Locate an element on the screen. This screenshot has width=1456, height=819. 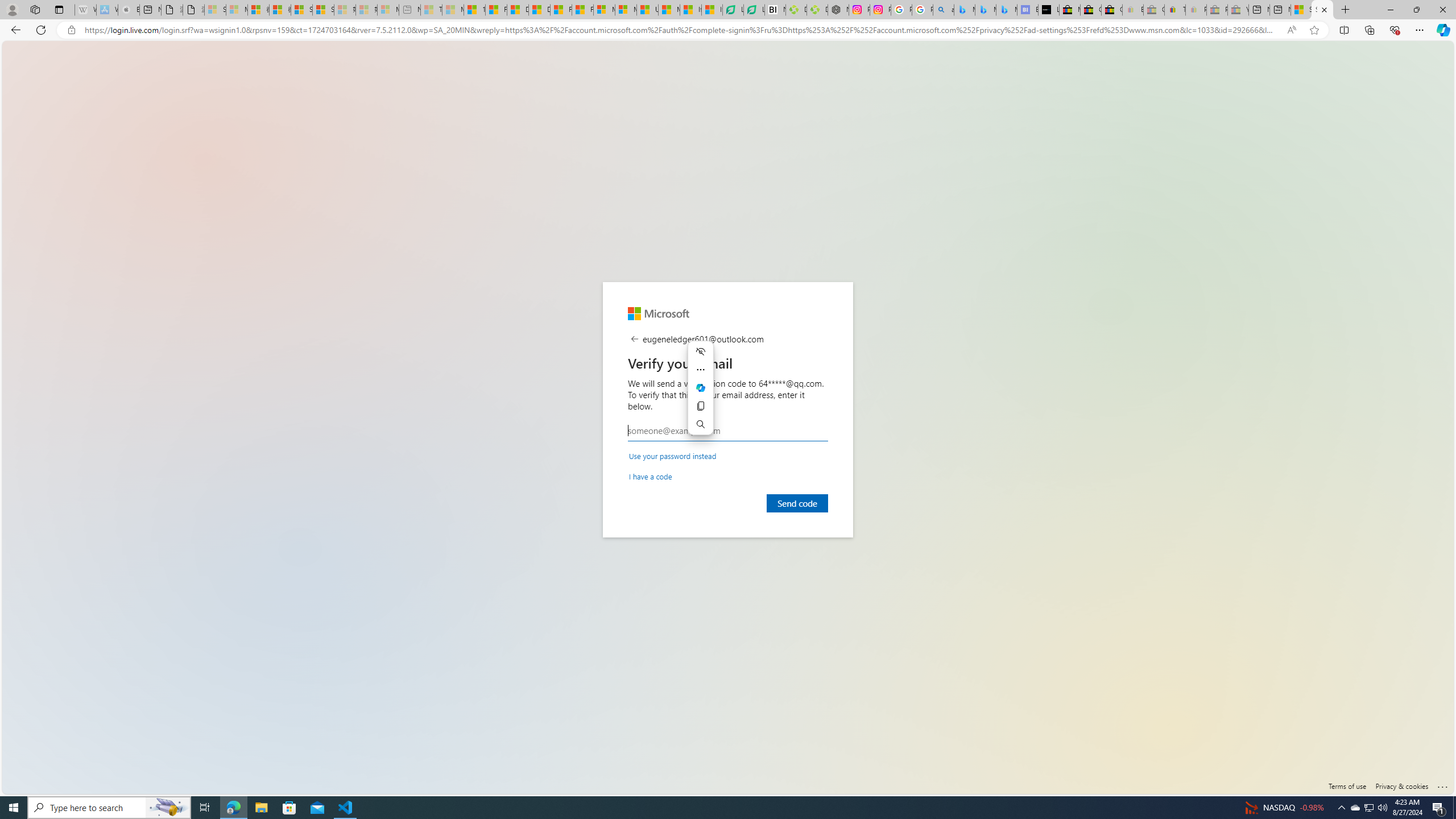
'Buy iPad - Apple - Sleeping' is located at coordinates (128, 9).